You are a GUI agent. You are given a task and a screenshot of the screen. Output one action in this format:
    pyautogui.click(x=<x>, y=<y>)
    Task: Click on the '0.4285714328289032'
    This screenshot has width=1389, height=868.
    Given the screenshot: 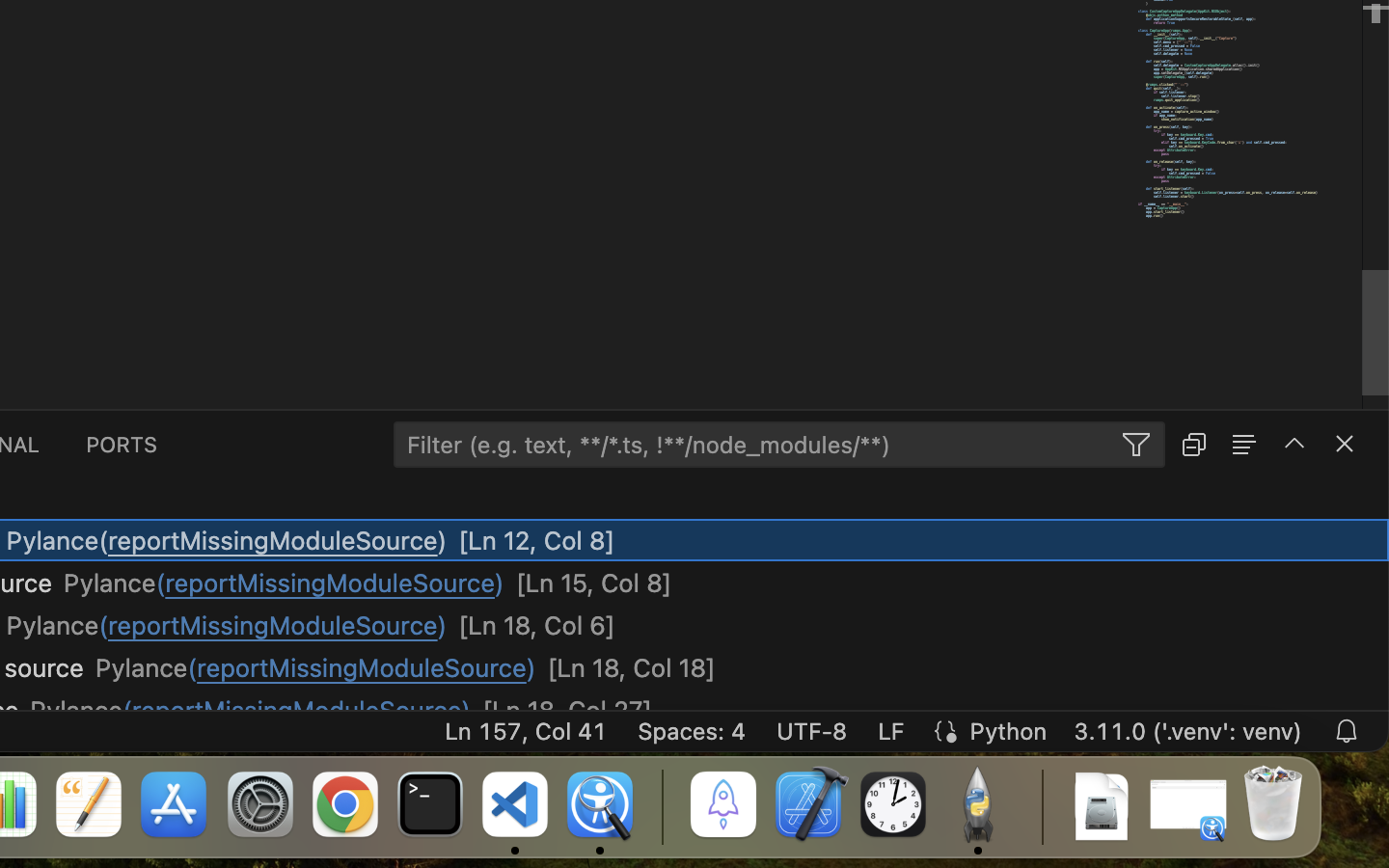 What is the action you would take?
    pyautogui.click(x=661, y=805)
    